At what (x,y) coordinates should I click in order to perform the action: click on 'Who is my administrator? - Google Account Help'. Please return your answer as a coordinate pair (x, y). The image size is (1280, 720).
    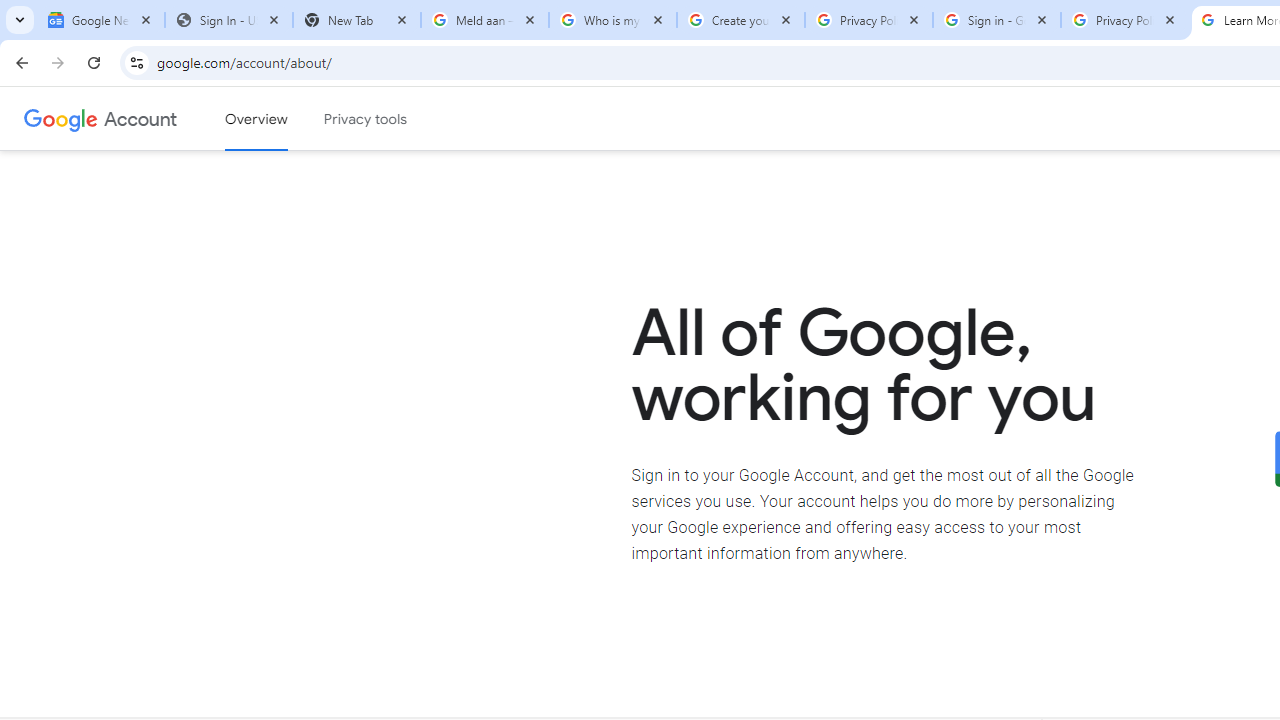
    Looking at the image, I should click on (612, 20).